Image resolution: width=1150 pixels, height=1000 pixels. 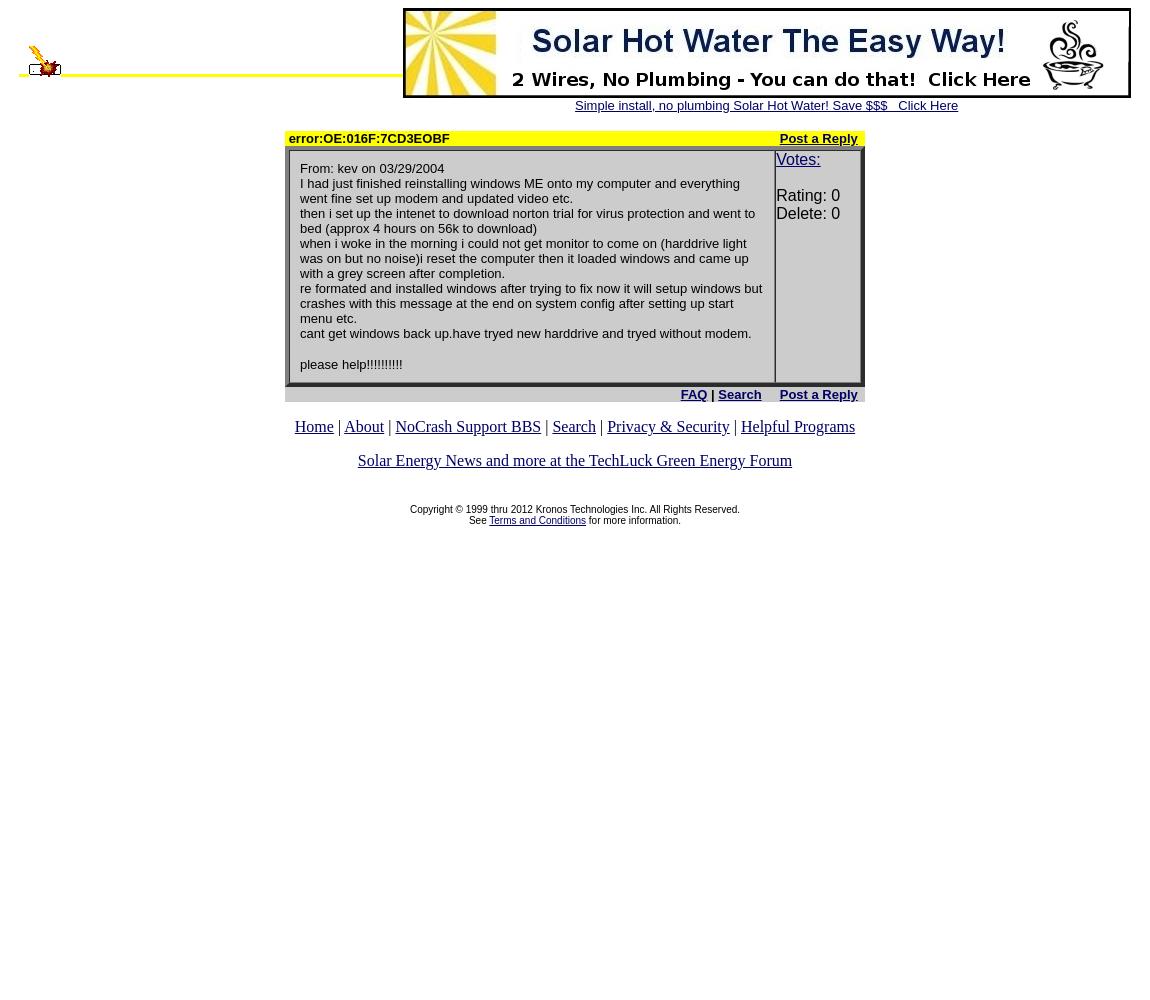 I want to click on 'error:OE:016F:7CD3EOBF', so click(x=368, y=138).